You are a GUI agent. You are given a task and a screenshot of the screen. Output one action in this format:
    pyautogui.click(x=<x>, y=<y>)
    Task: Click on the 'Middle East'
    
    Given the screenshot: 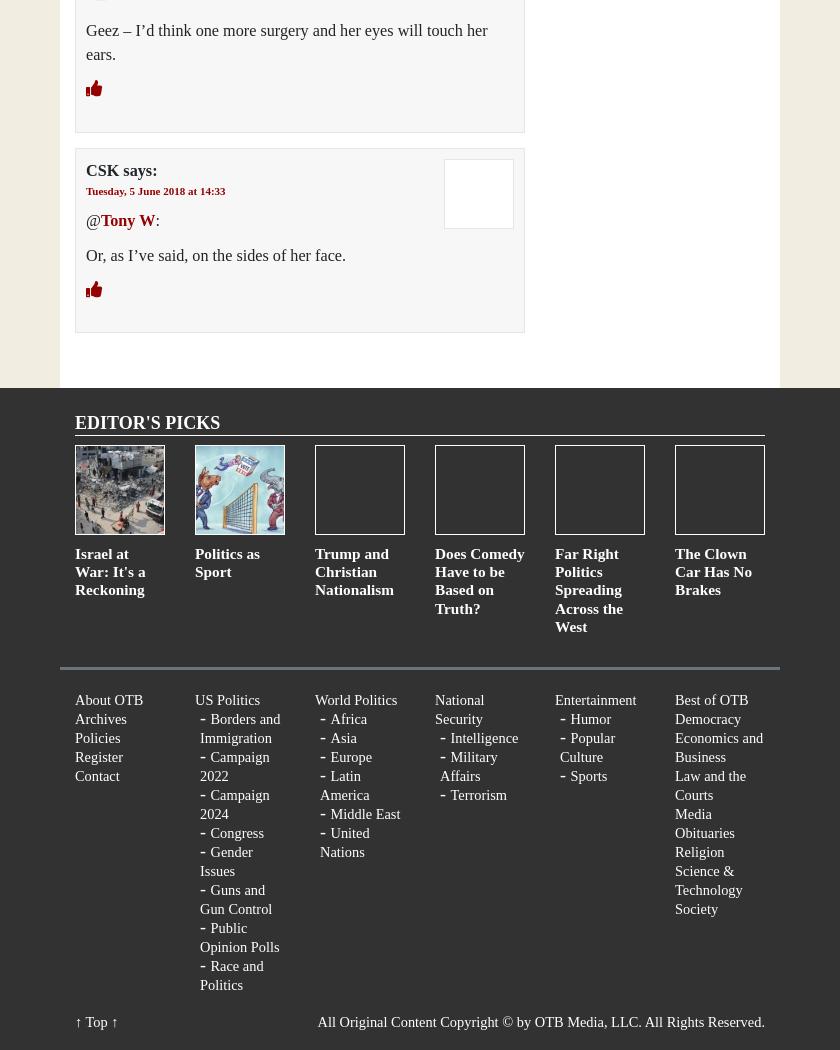 What is the action you would take?
    pyautogui.click(x=330, y=812)
    